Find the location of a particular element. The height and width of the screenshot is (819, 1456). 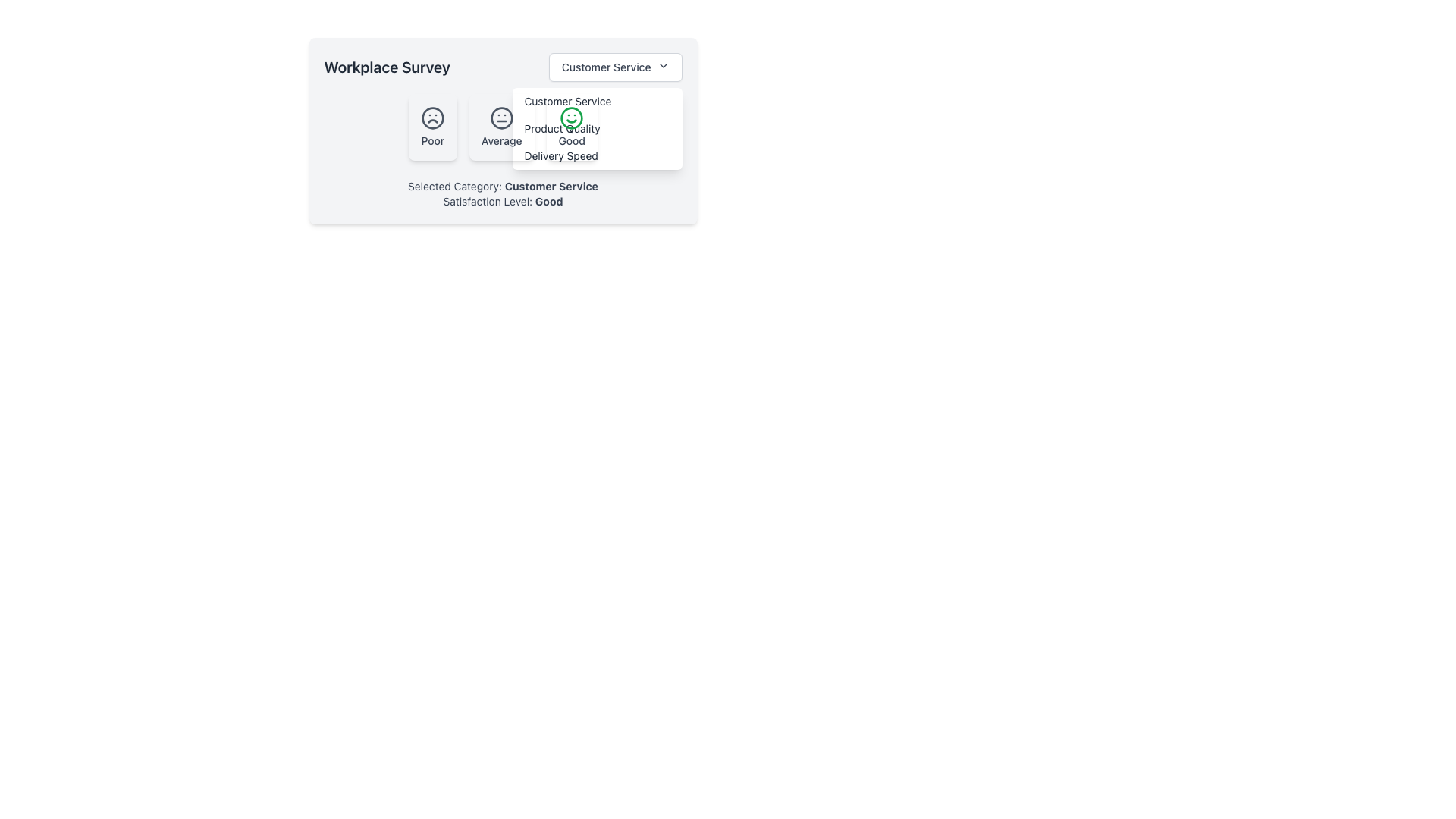

the 'Delivery Speed' option in the dropdown menu, which is the third option below 'Product Quality' and 'Customer Service' is located at coordinates (596, 155).